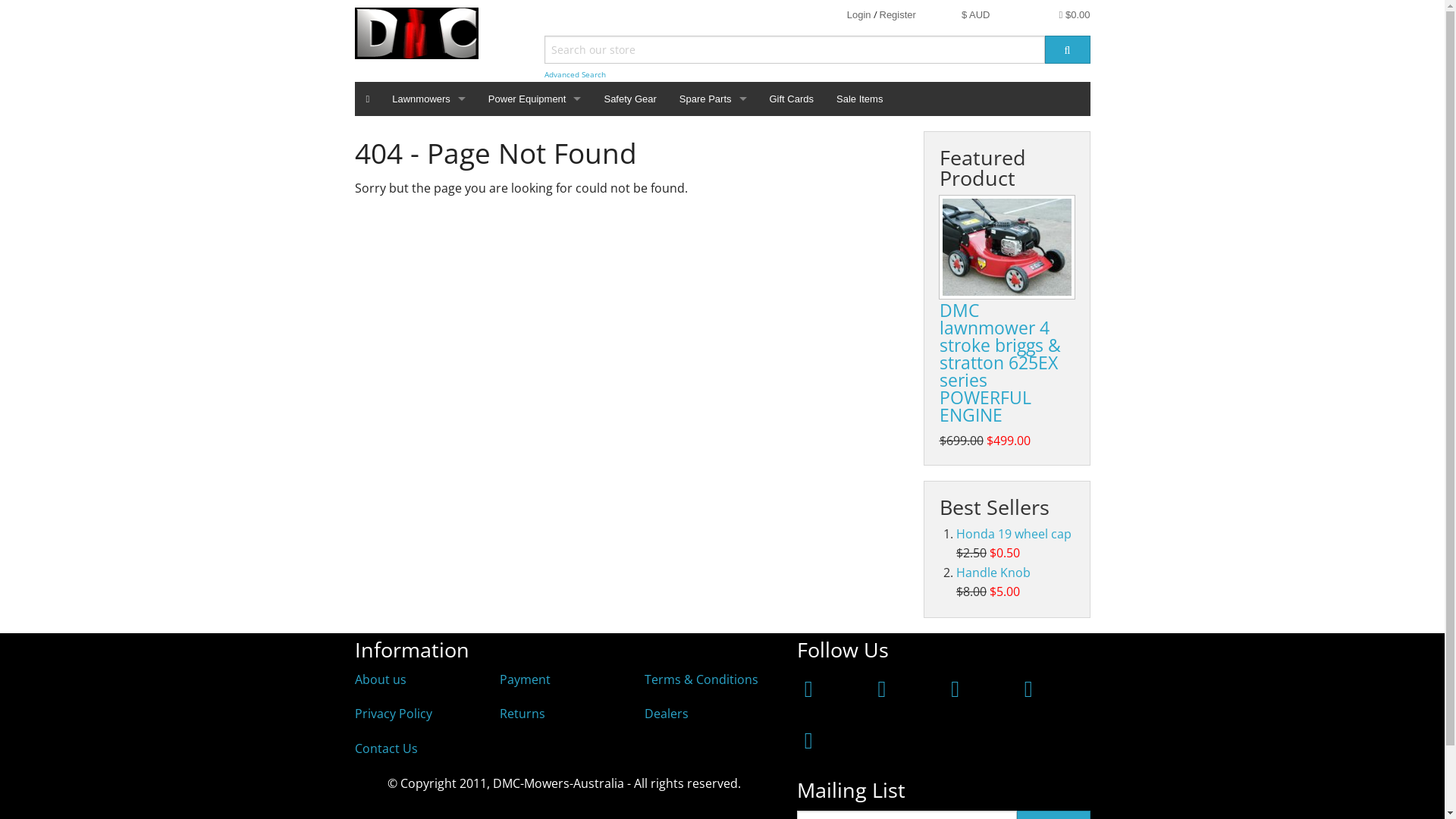  I want to click on 'Power Cleaners', so click(475, 152).